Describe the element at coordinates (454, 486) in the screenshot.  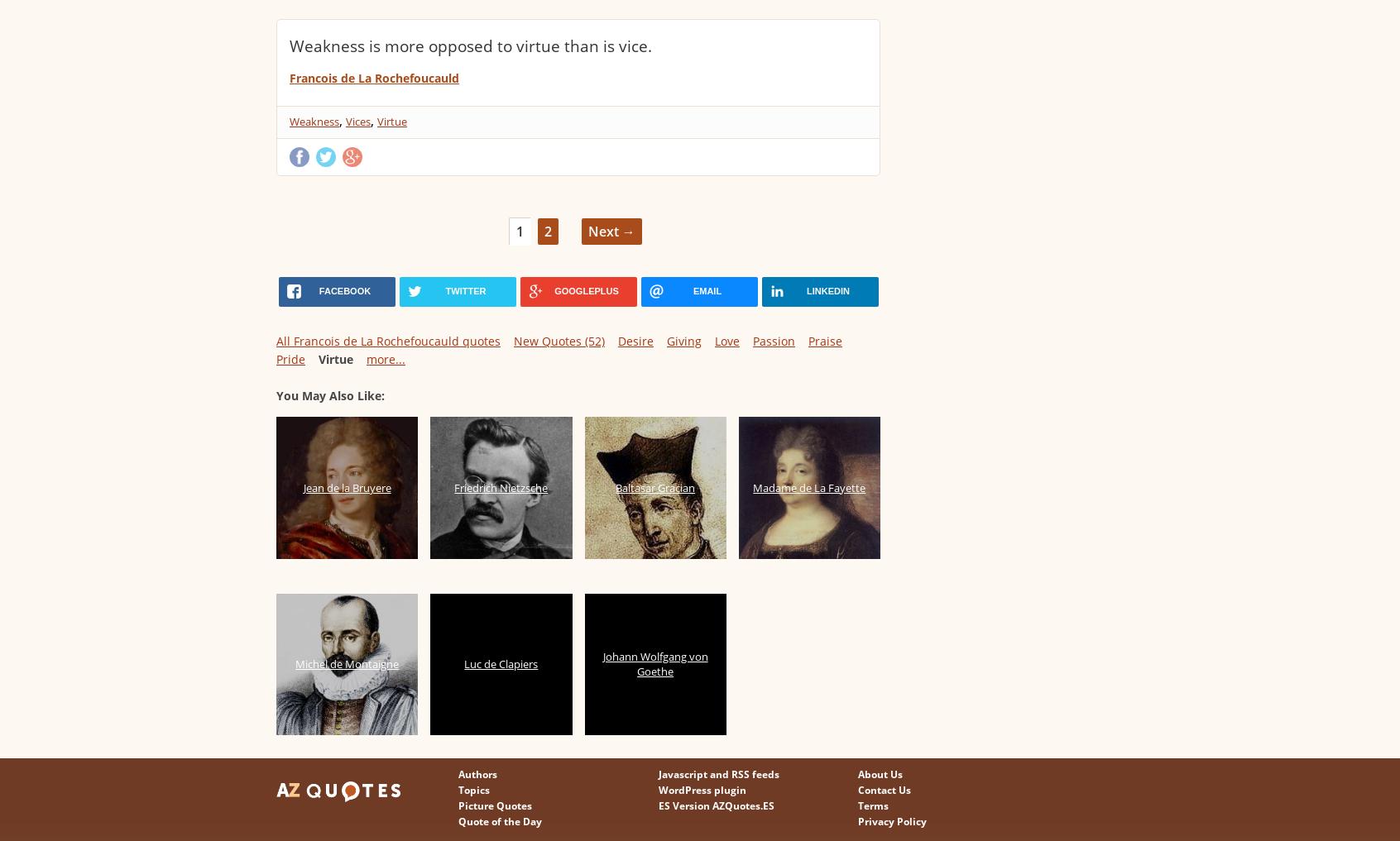
I see `'Friedrich Nietzsche'` at that location.